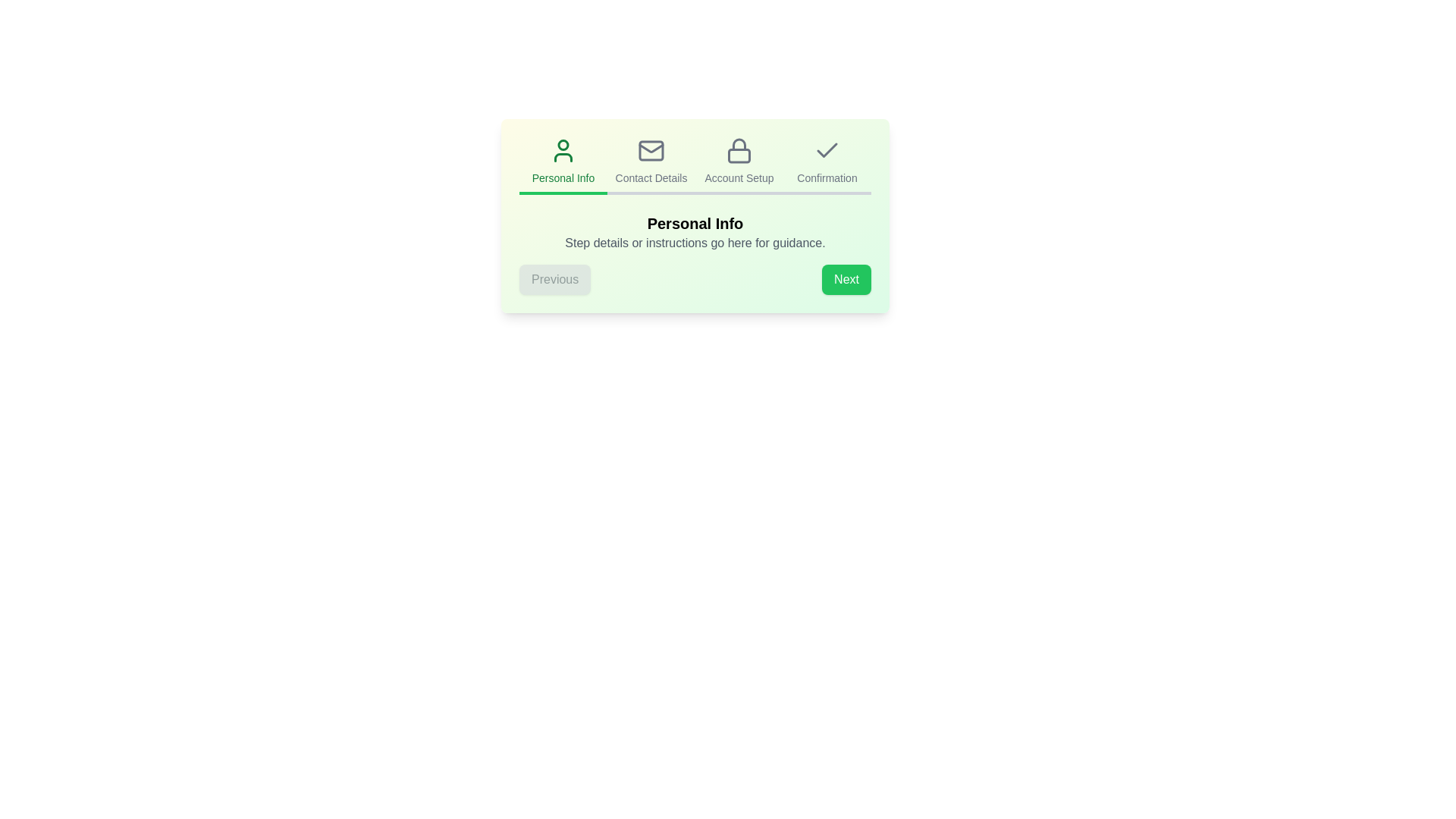  Describe the element at coordinates (651, 166) in the screenshot. I see `the step icon or title corresponding to Contact Details` at that location.